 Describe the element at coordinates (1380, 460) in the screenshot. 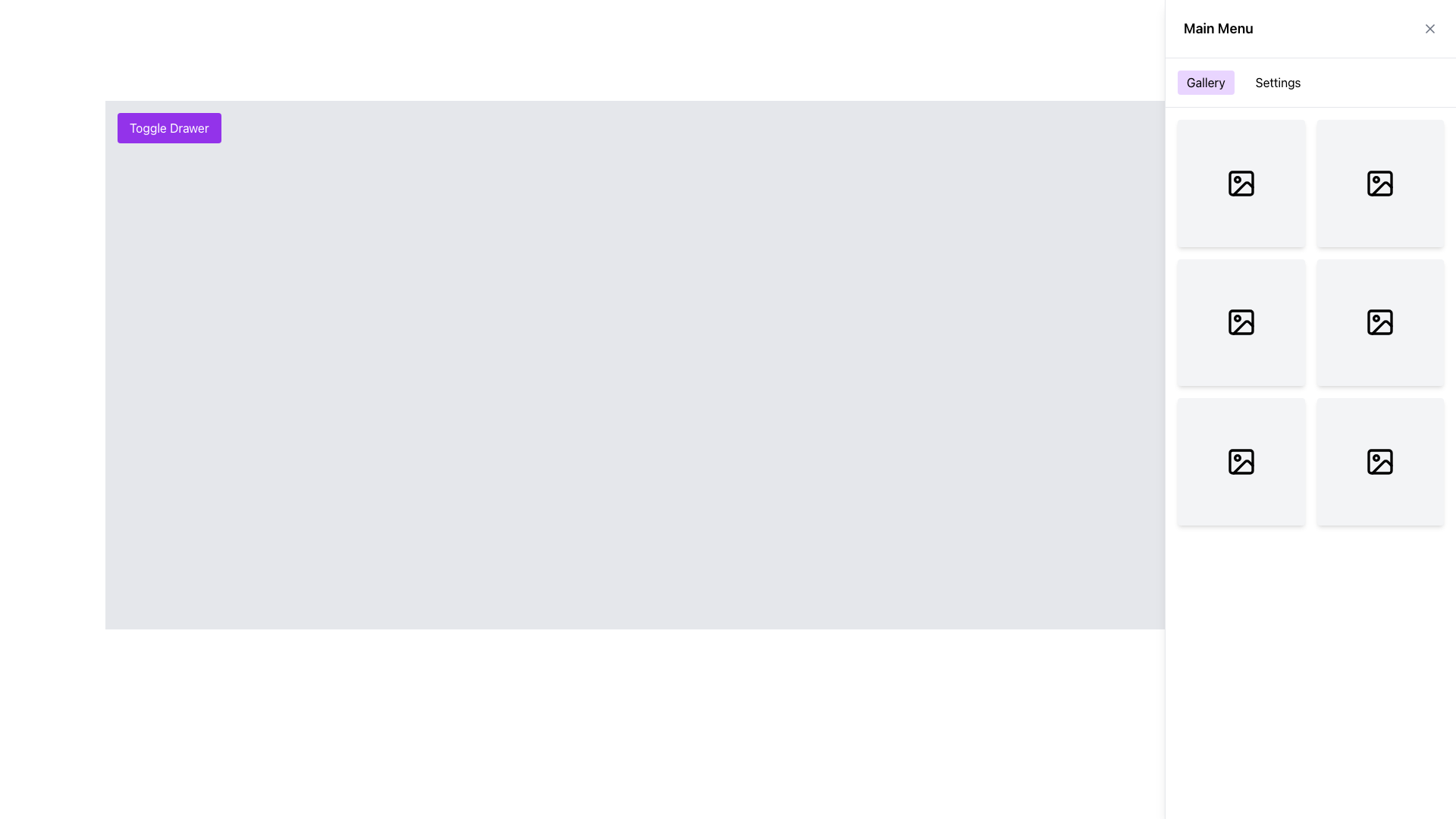

I see `the image placeholder located at the bottom-right position in the grid layout` at that location.